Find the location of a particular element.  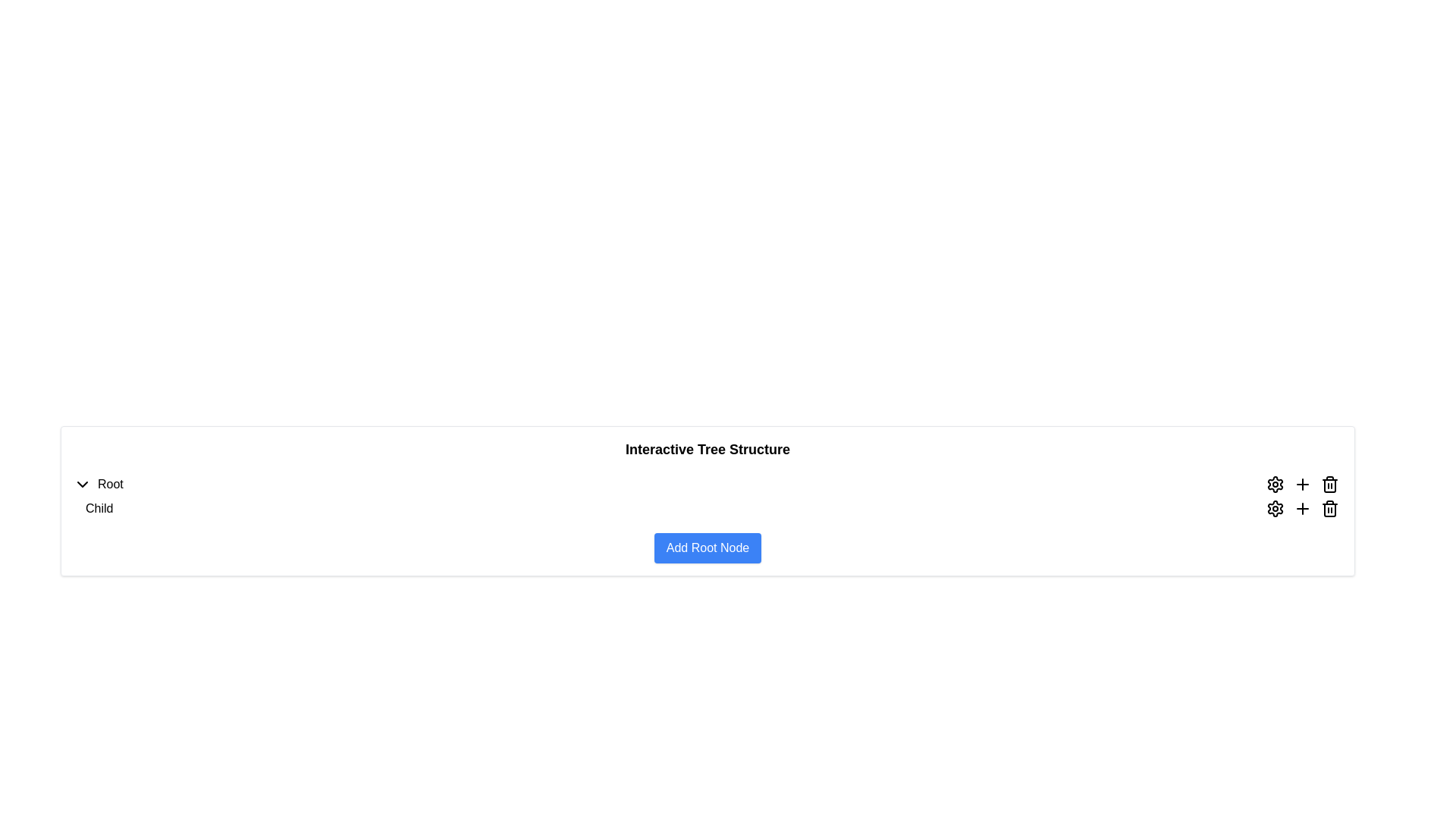

the settings button located in the top-right section of the interface is located at coordinates (1274, 509).